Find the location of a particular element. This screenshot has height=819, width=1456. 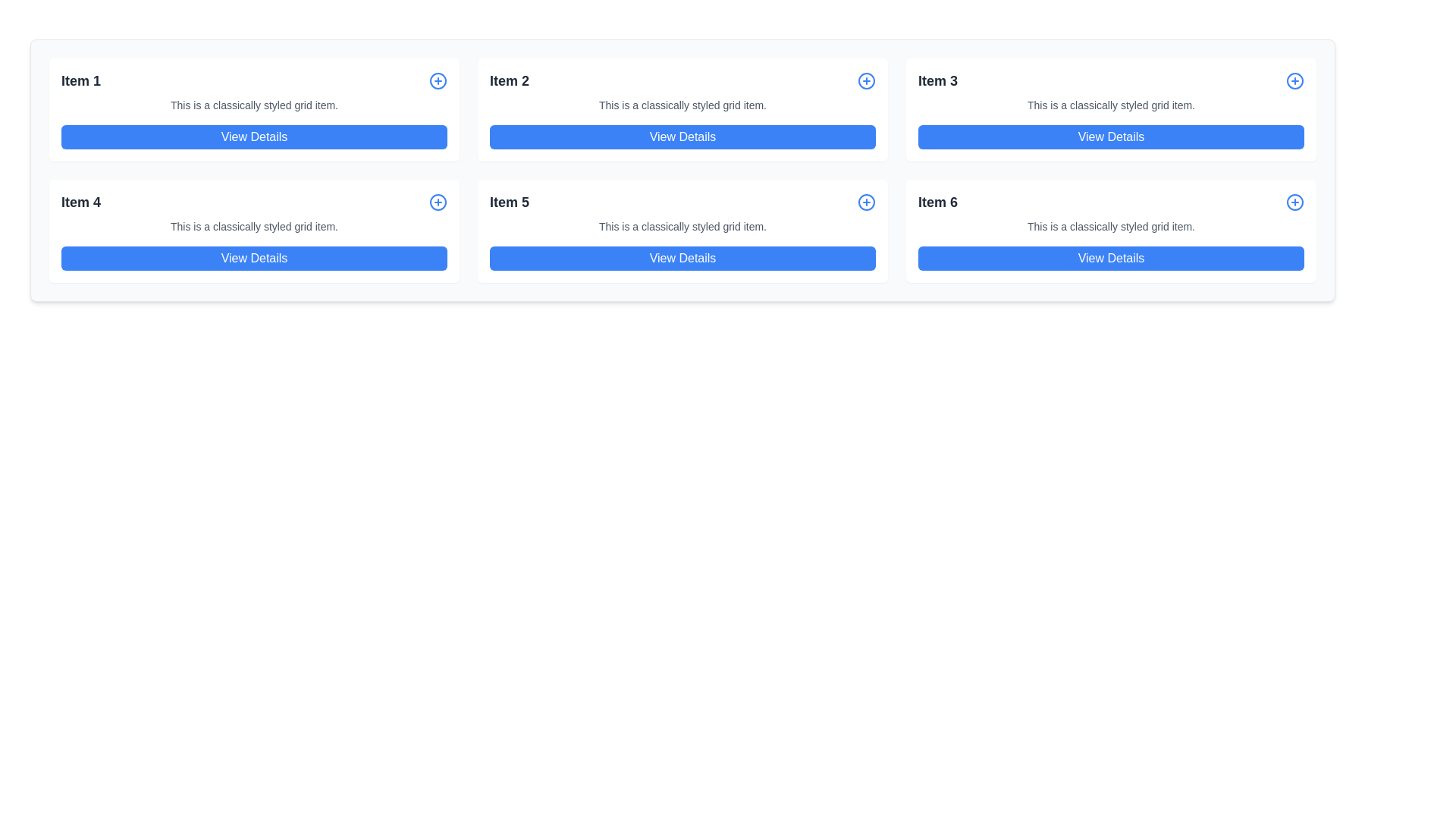

the text label reading 'This is a classically styled grid item.' which is located below the heading 'Item 1' and above the 'View Details' button within the first grid item is located at coordinates (254, 104).